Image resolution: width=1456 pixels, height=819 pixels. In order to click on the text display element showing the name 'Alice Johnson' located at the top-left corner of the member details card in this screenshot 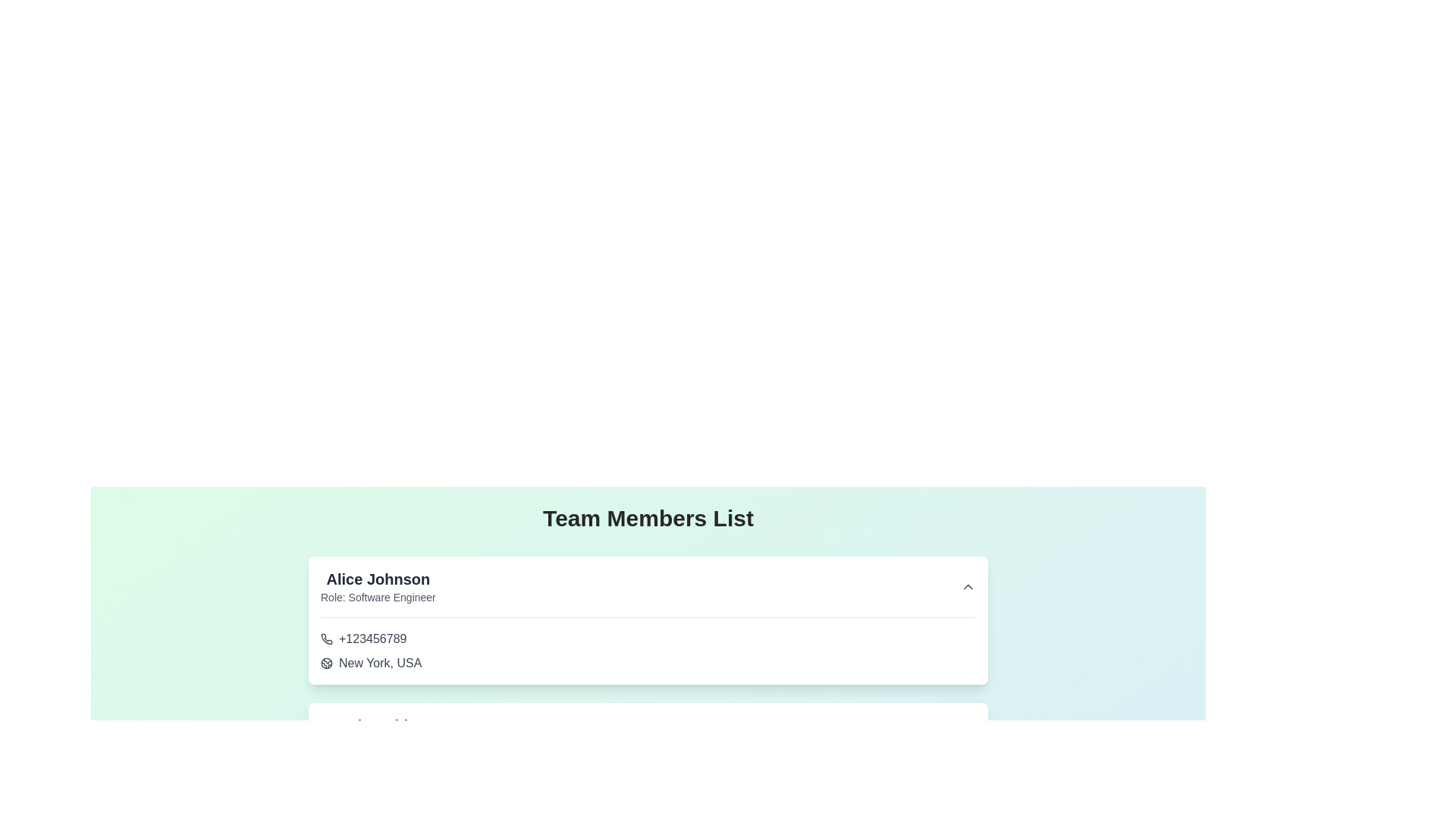, I will do `click(378, 579)`.